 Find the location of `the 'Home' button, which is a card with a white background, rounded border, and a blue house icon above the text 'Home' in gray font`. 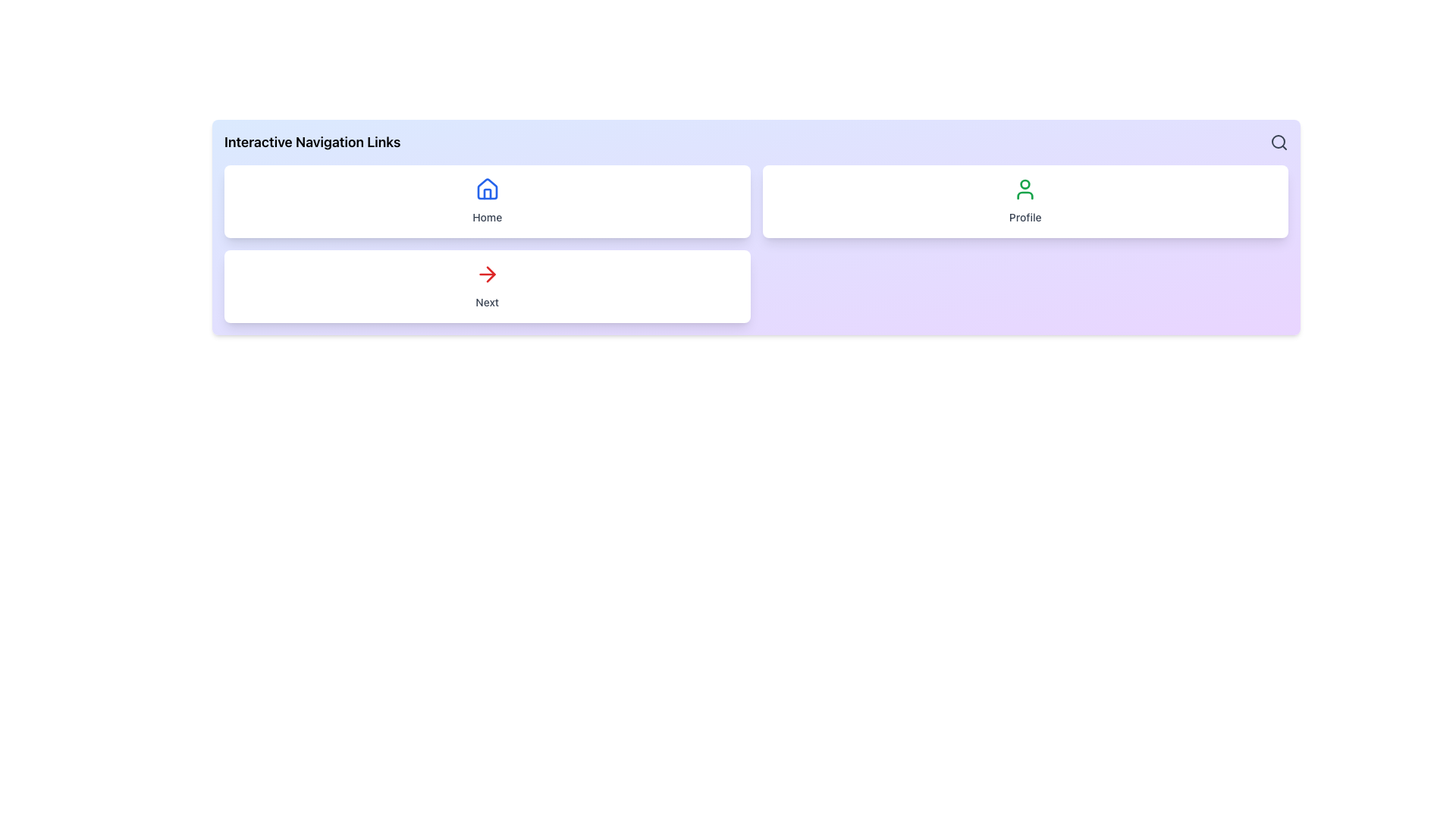

the 'Home' button, which is a card with a white background, rounded border, and a blue house icon above the text 'Home' in gray font is located at coordinates (487, 201).